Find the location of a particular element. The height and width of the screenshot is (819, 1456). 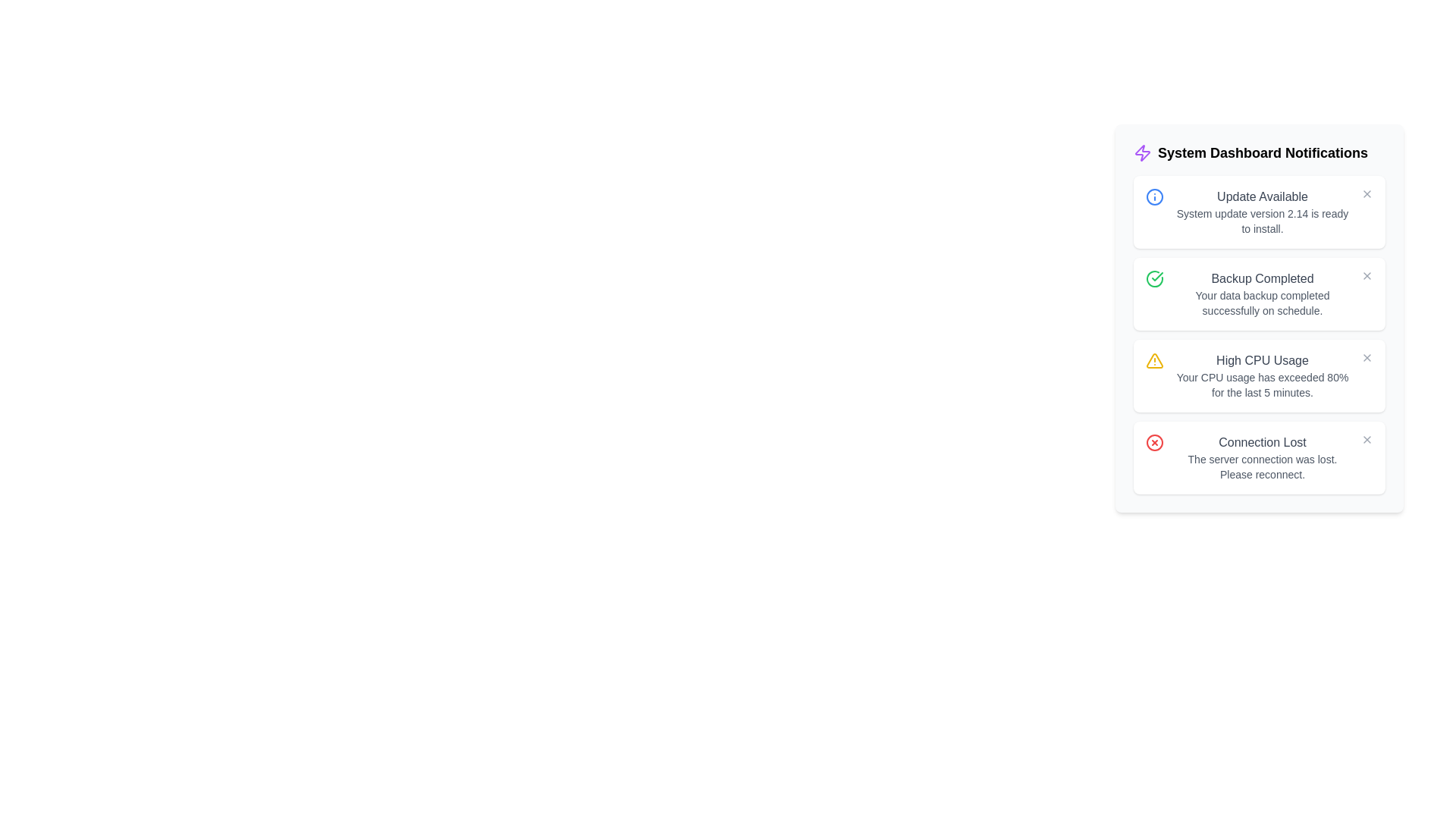

the Notification Card that alerts users about high CPU usage, positioned between the 'Backup Completed' and 'Connection Lost' notifications in the 'System Dashboard Notifications' panel is located at coordinates (1259, 375).